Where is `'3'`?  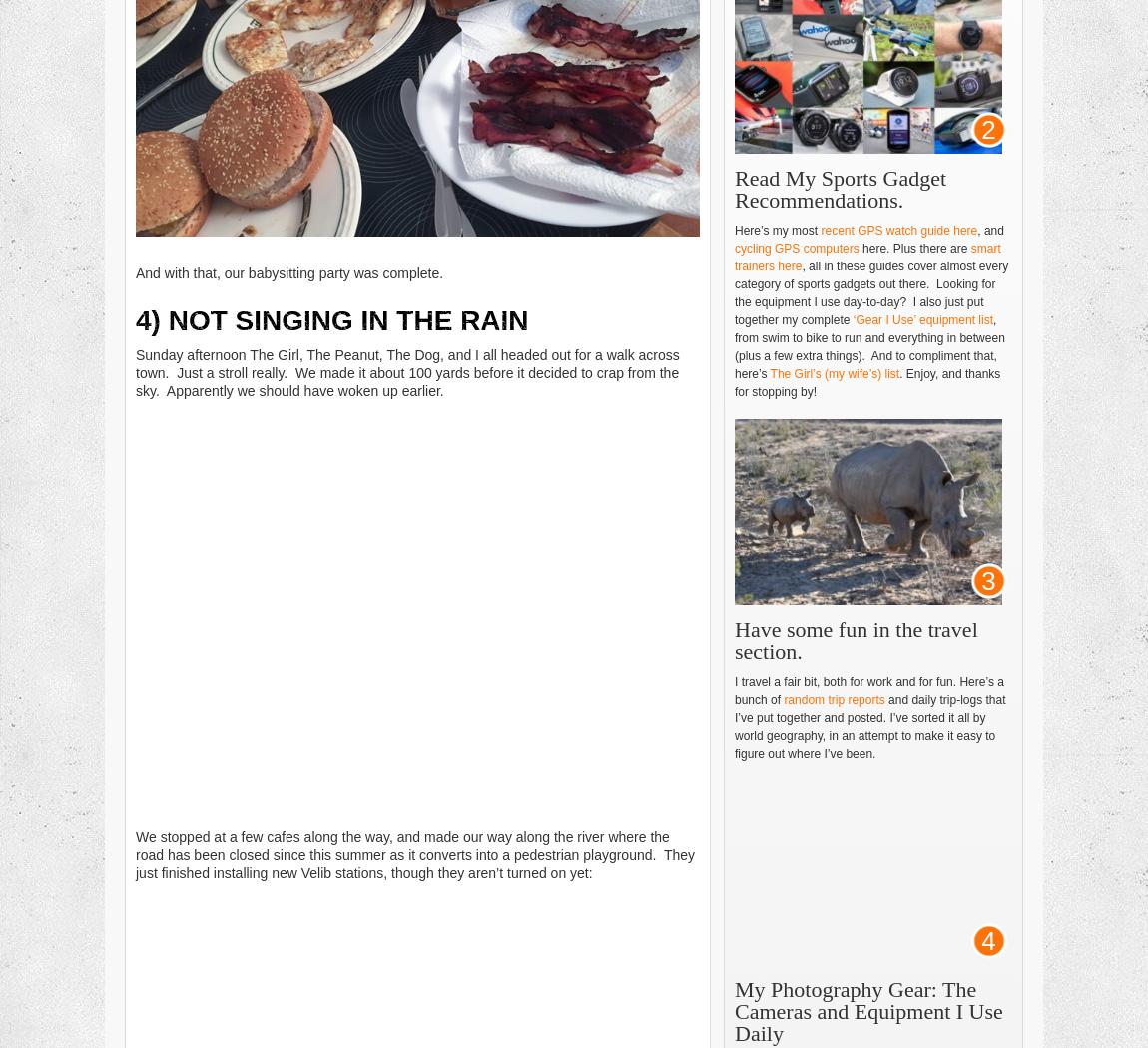
'3' is located at coordinates (981, 578).